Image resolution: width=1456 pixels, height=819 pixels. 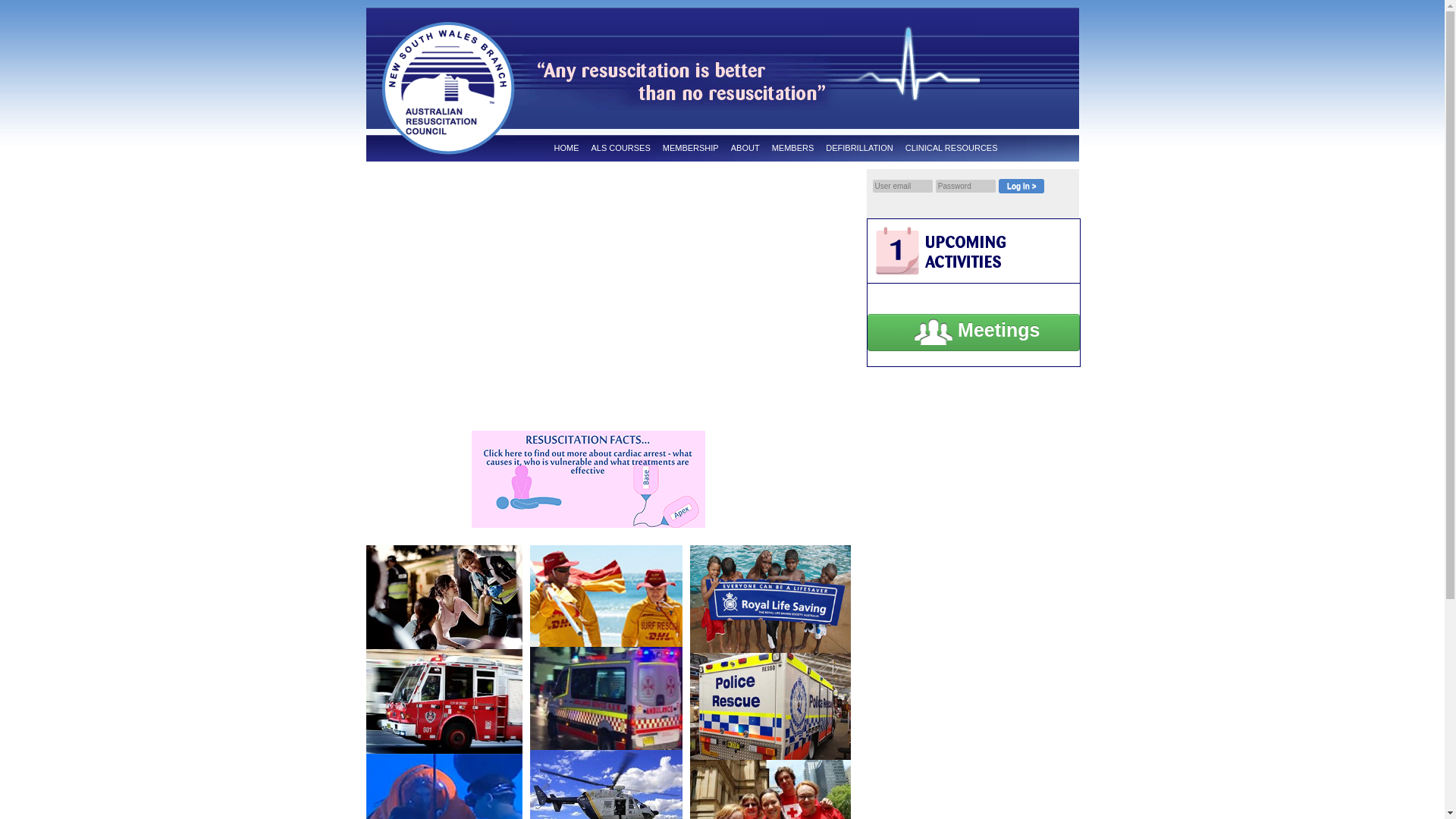 What do you see at coordinates (621, 148) in the screenshot?
I see `'ALS COURSES'` at bounding box center [621, 148].